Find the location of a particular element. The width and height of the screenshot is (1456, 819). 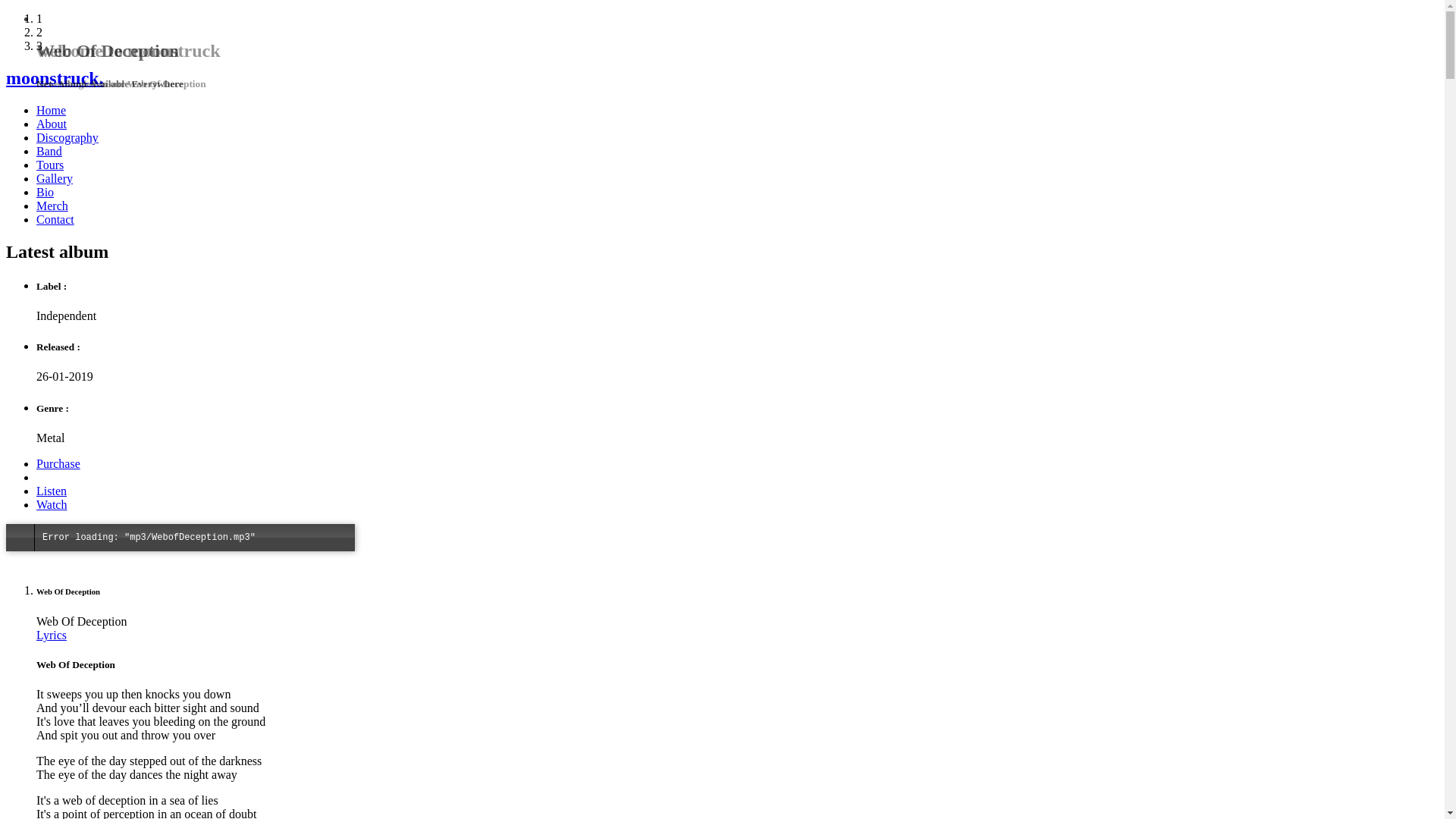

'Bio' is located at coordinates (45, 191).